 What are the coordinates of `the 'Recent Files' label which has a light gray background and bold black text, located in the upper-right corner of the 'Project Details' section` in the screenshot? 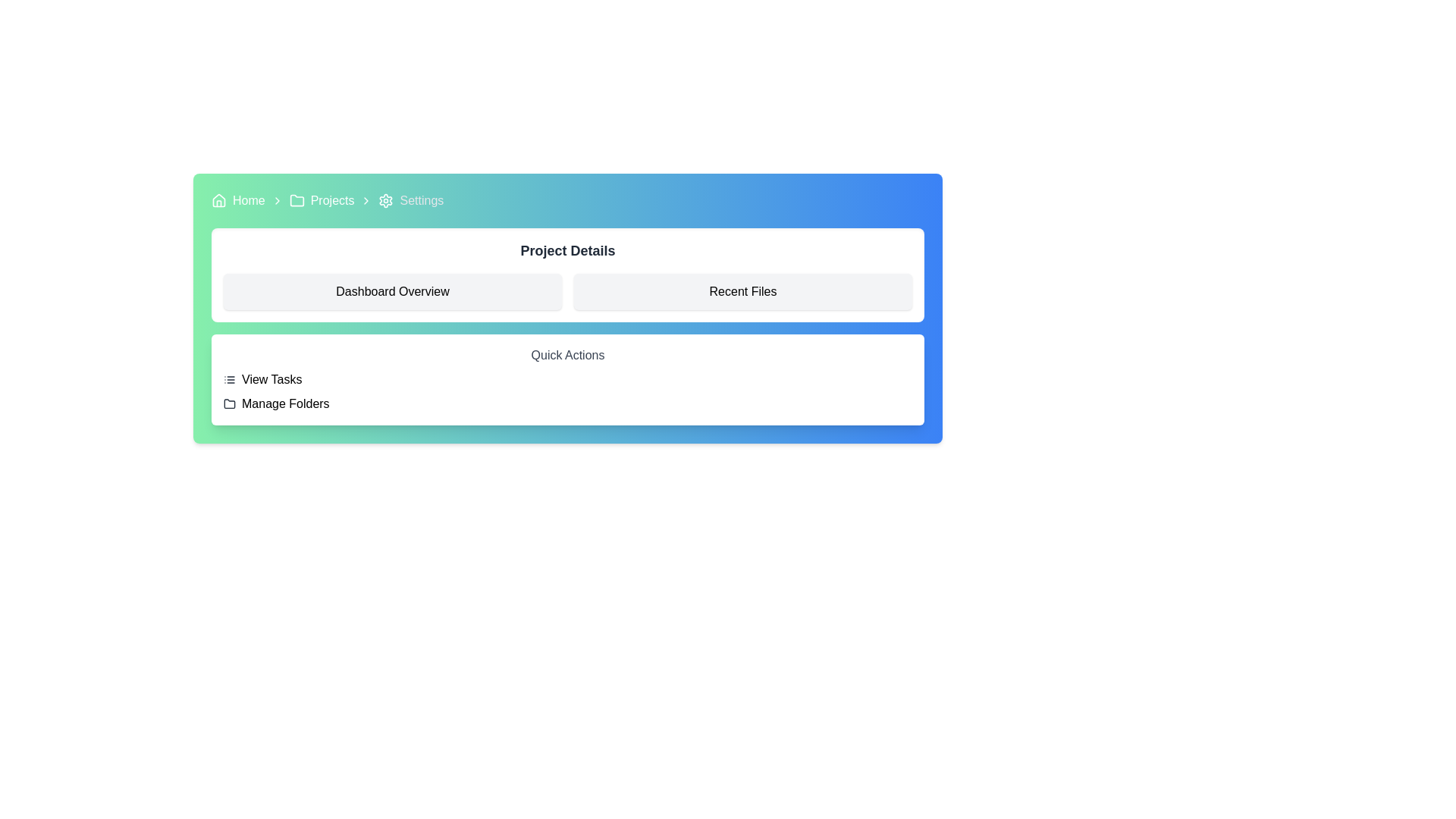 It's located at (742, 292).